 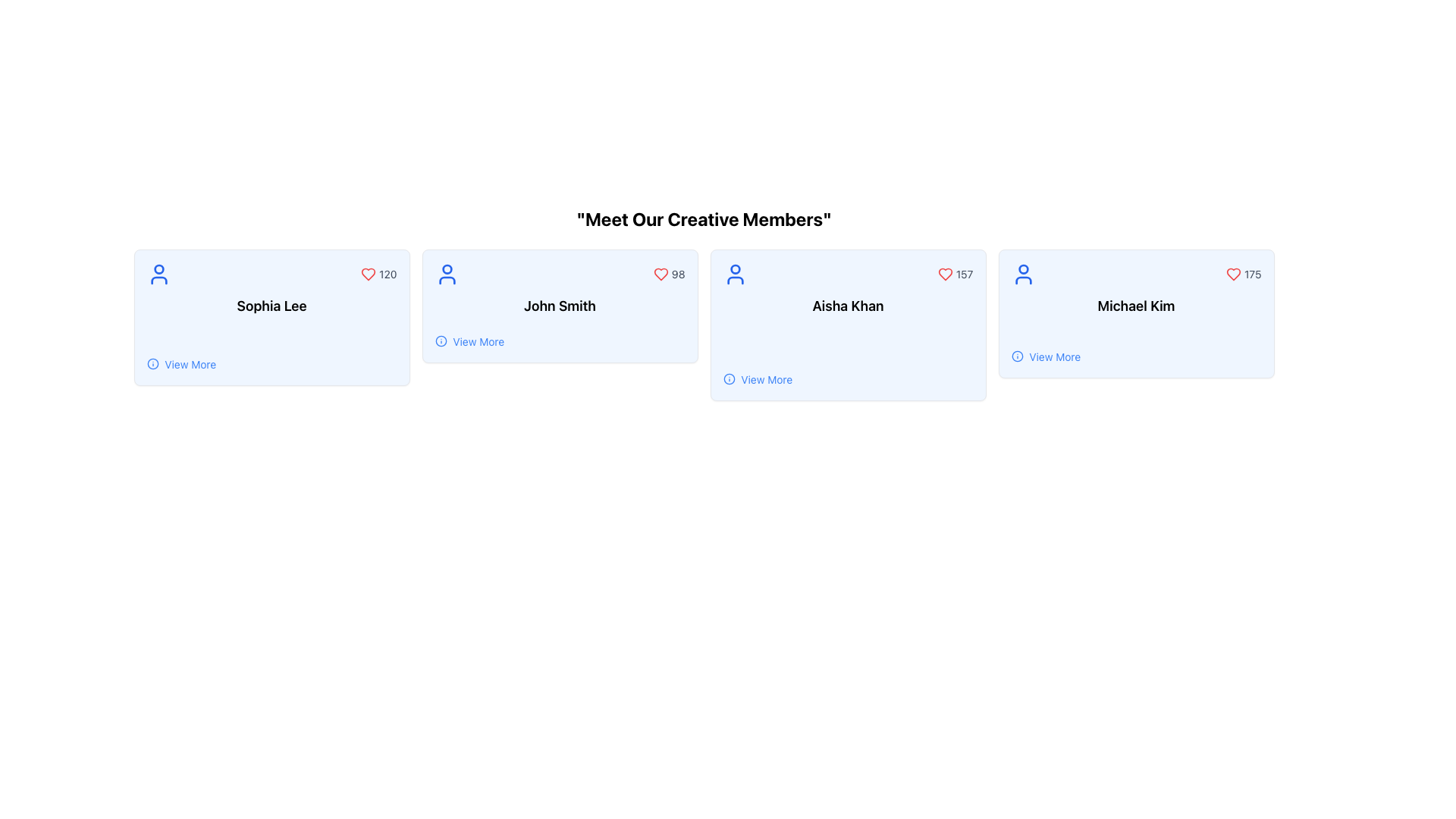 I want to click on the 'View More' text link with an icon, styled in blue, located at the bottom-left corner of the information card for 'Michael Kim', so click(x=1045, y=356).